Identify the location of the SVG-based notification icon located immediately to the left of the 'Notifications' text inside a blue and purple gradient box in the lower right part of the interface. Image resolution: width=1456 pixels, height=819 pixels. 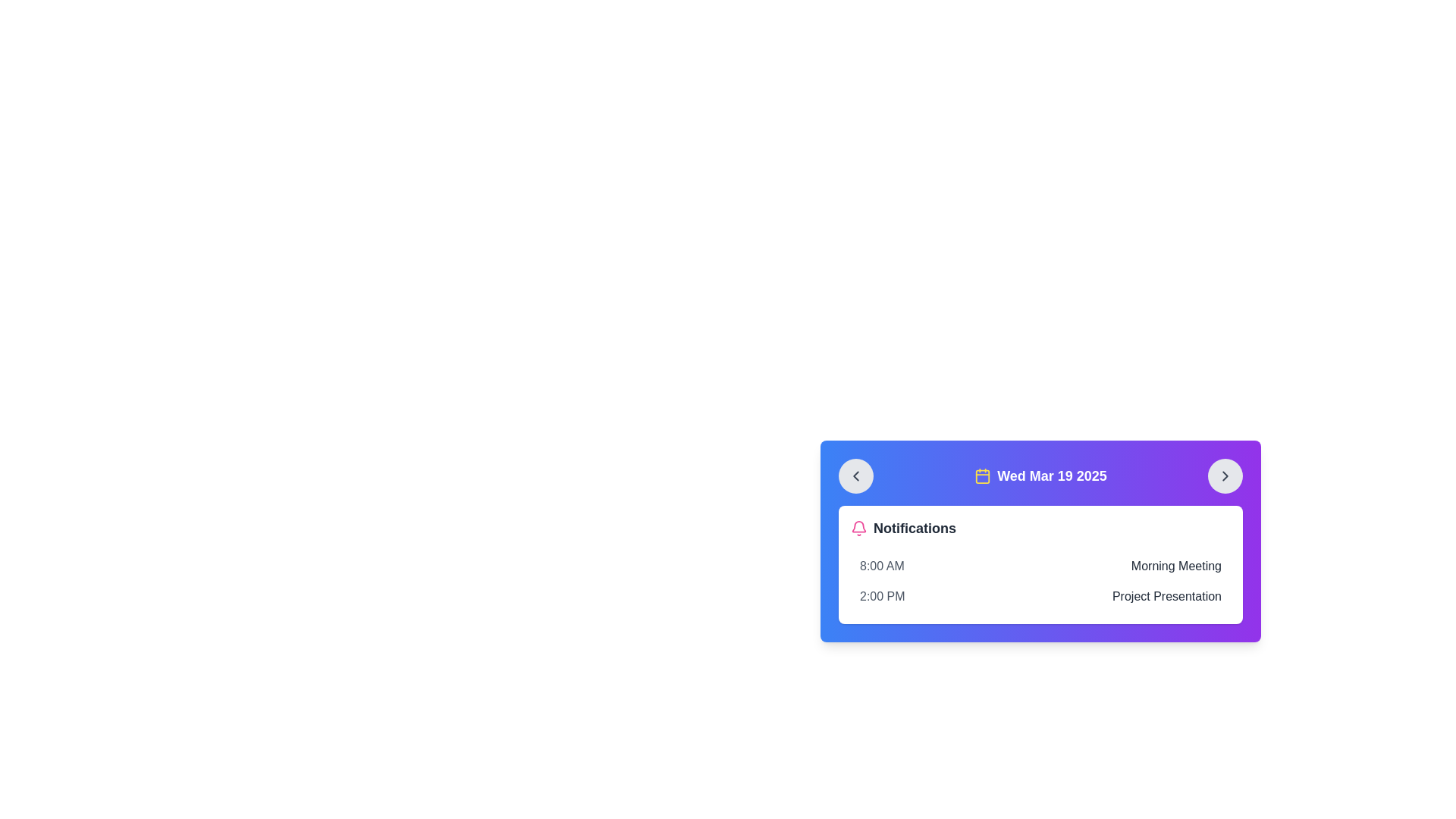
(858, 528).